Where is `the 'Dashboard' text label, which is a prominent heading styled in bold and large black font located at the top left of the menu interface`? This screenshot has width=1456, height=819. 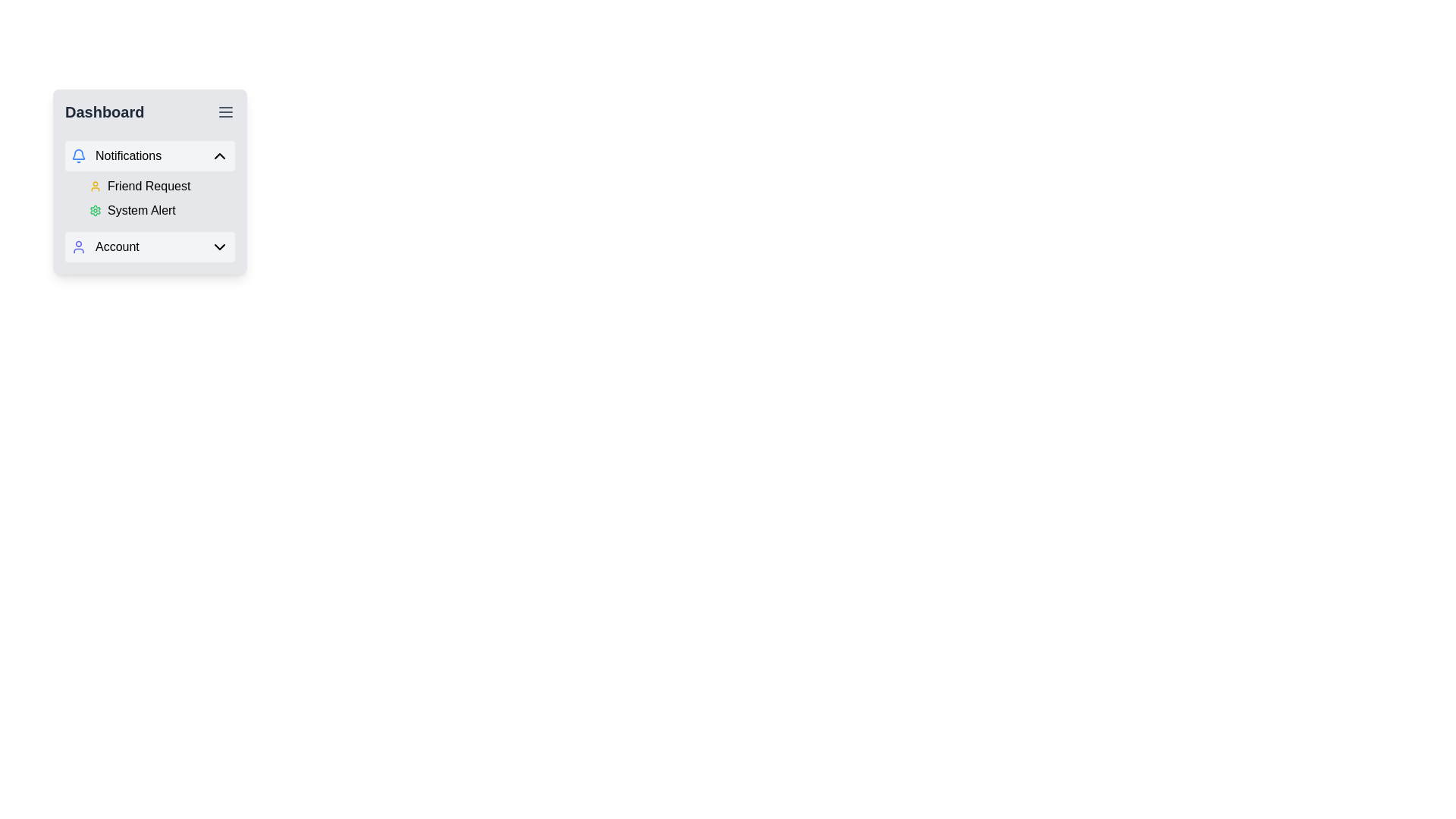
the 'Dashboard' text label, which is a prominent heading styled in bold and large black font located at the top left of the menu interface is located at coordinates (104, 111).